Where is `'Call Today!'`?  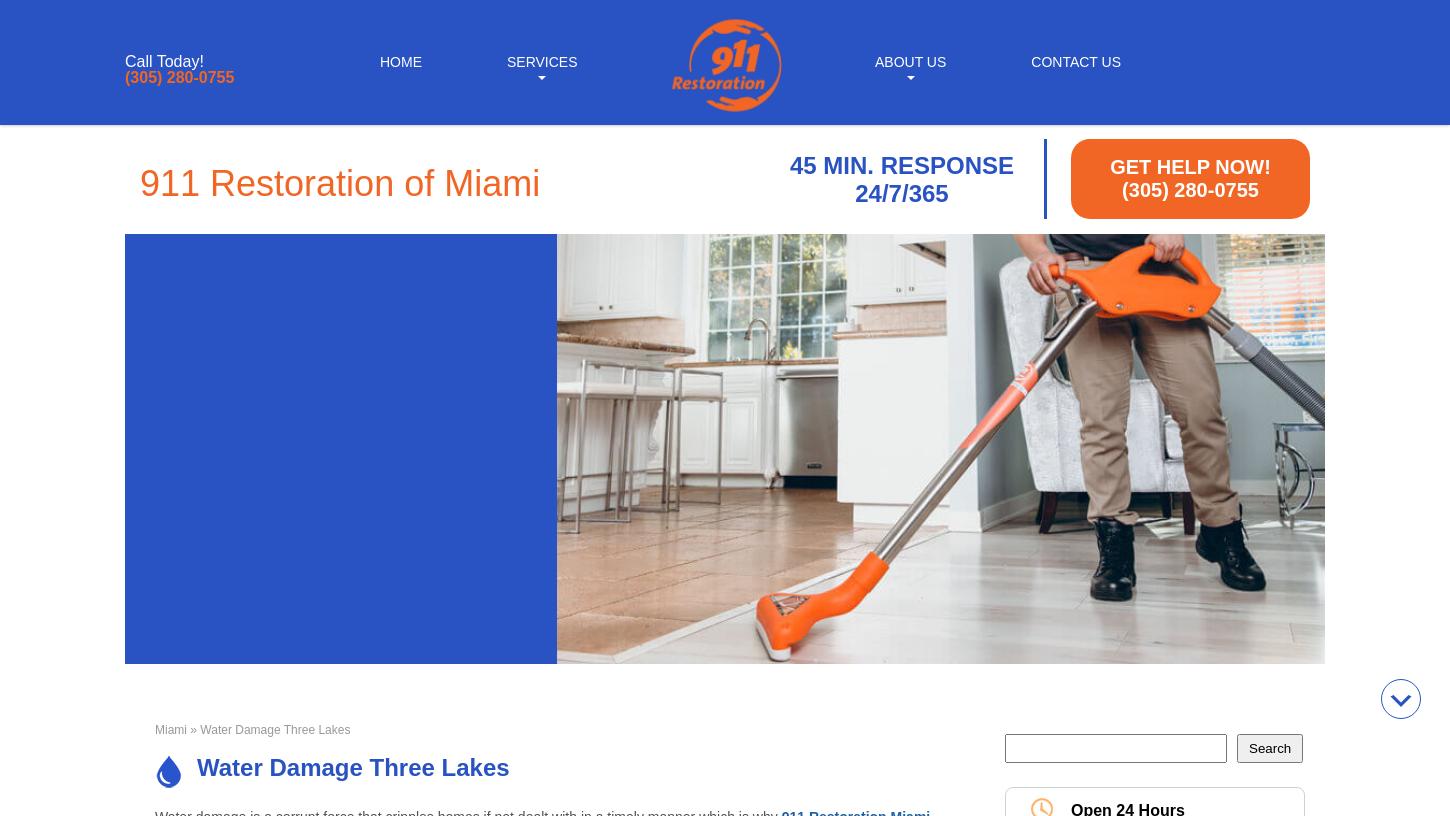 'Call Today!' is located at coordinates (162, 60).